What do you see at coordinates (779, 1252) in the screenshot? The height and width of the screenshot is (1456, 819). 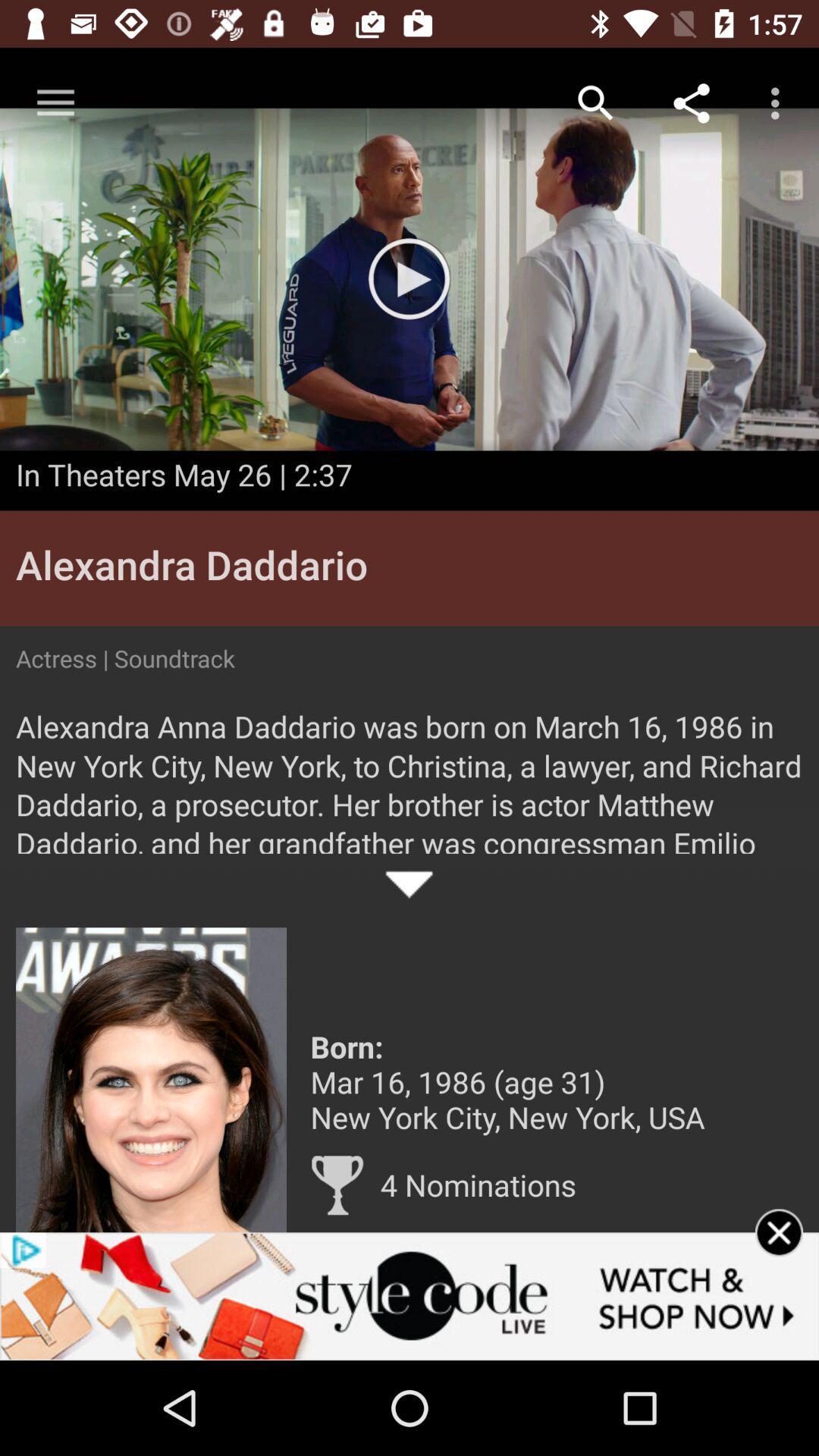 I see `the advertisement` at bounding box center [779, 1252].